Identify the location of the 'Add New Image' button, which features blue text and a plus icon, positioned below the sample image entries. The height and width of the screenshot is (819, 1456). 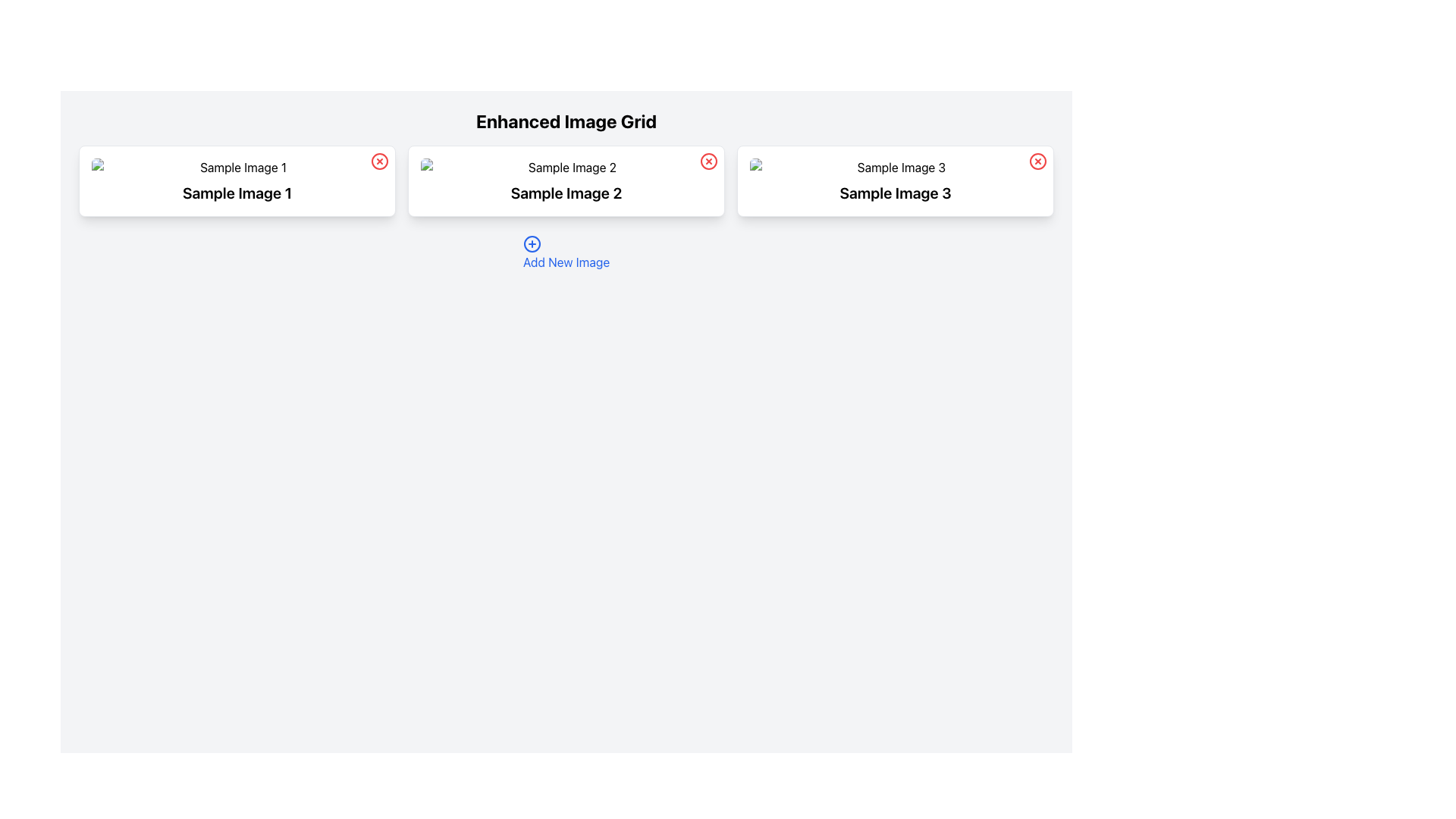
(566, 253).